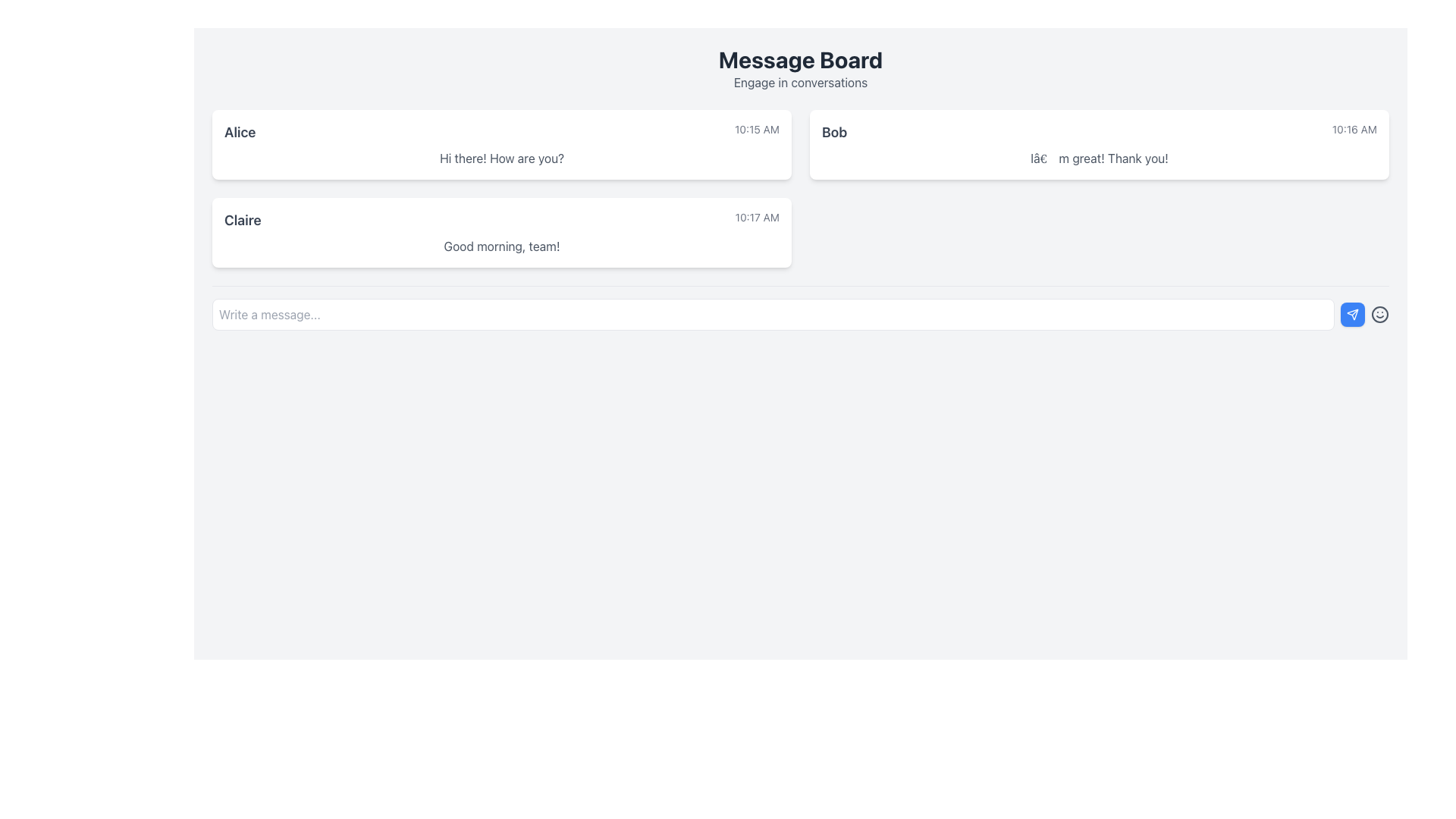 This screenshot has width=1456, height=819. Describe the element at coordinates (1379, 314) in the screenshot. I see `the smiling face emoji picker icon button located at the far right of the input area, which opens a selection of emojis for the user` at that location.